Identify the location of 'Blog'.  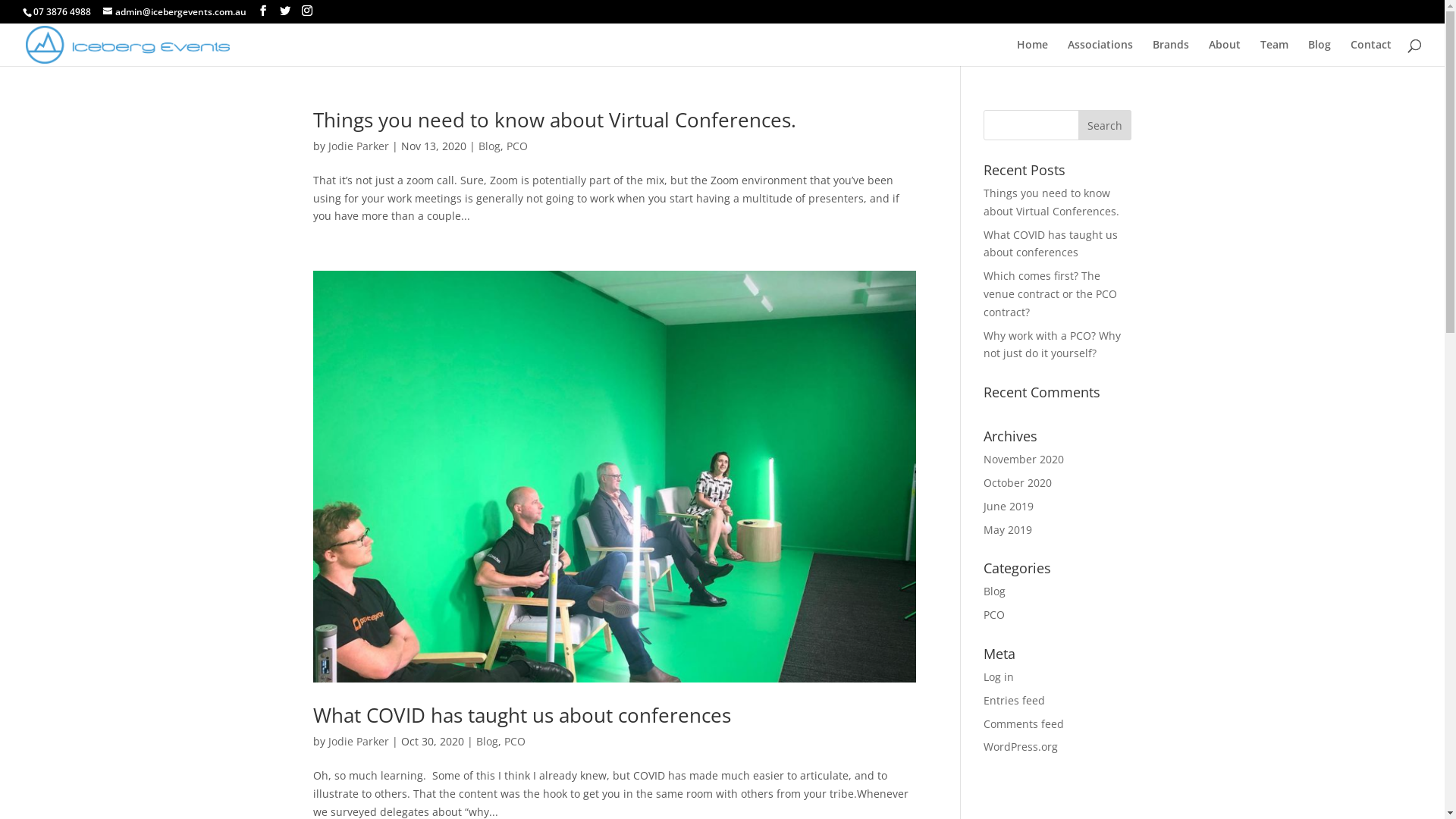
(1318, 52).